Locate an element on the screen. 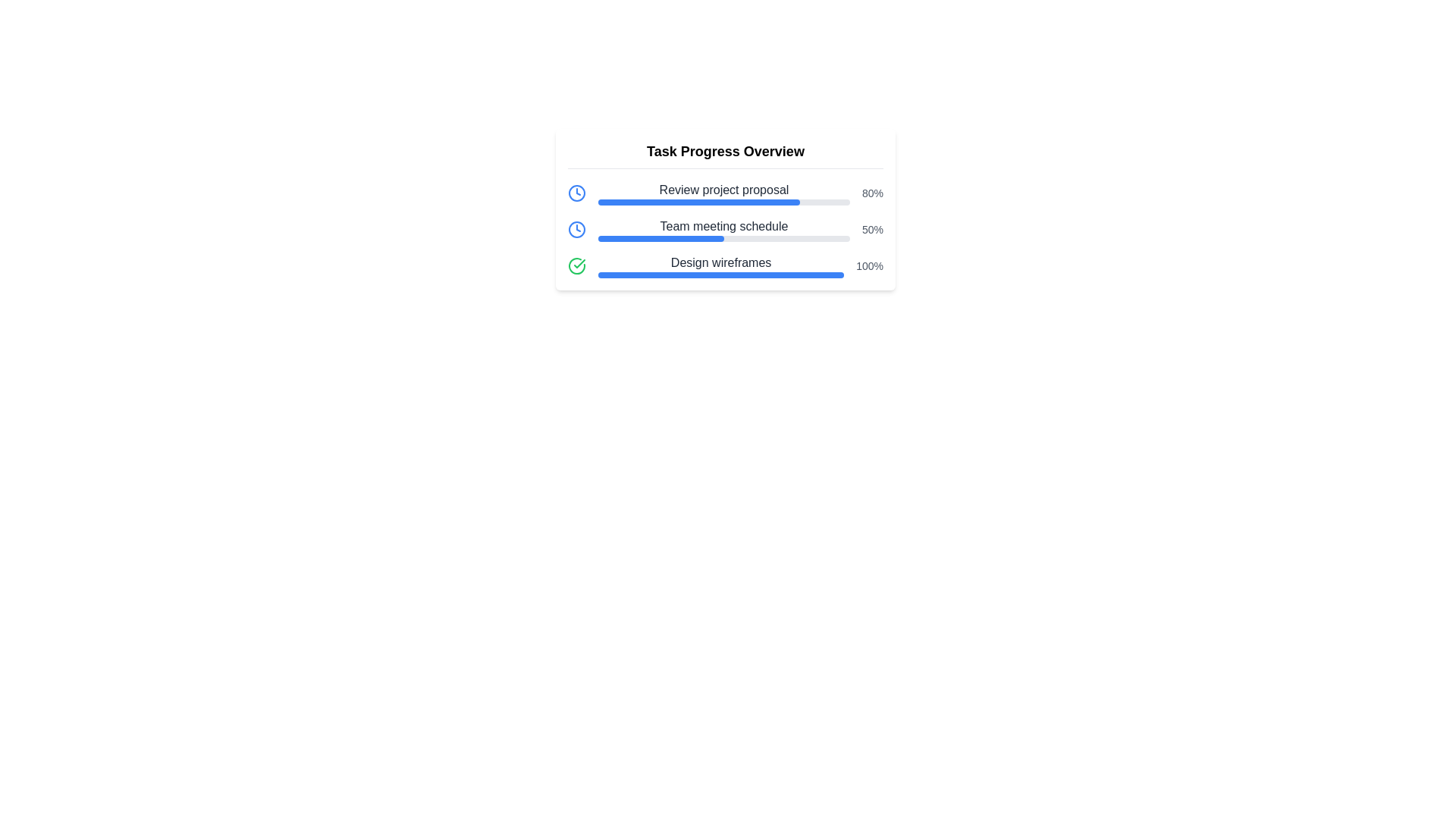 The width and height of the screenshot is (1456, 819). the text label displaying 'Review project proposal', which is part of the task progress overview and aligned to the left of a progress bar is located at coordinates (723, 189).